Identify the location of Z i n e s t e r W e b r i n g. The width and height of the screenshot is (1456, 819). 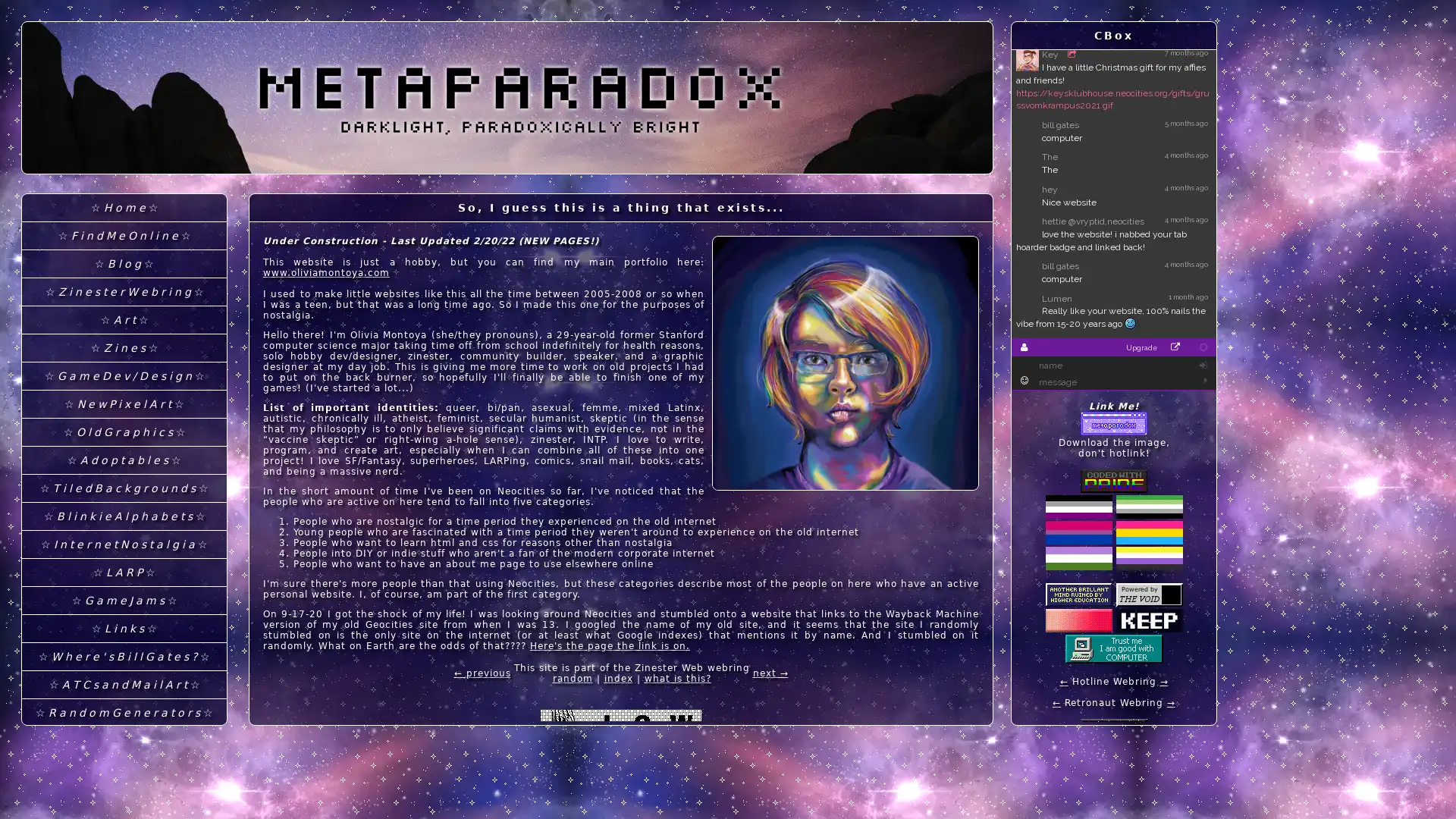
(124, 292).